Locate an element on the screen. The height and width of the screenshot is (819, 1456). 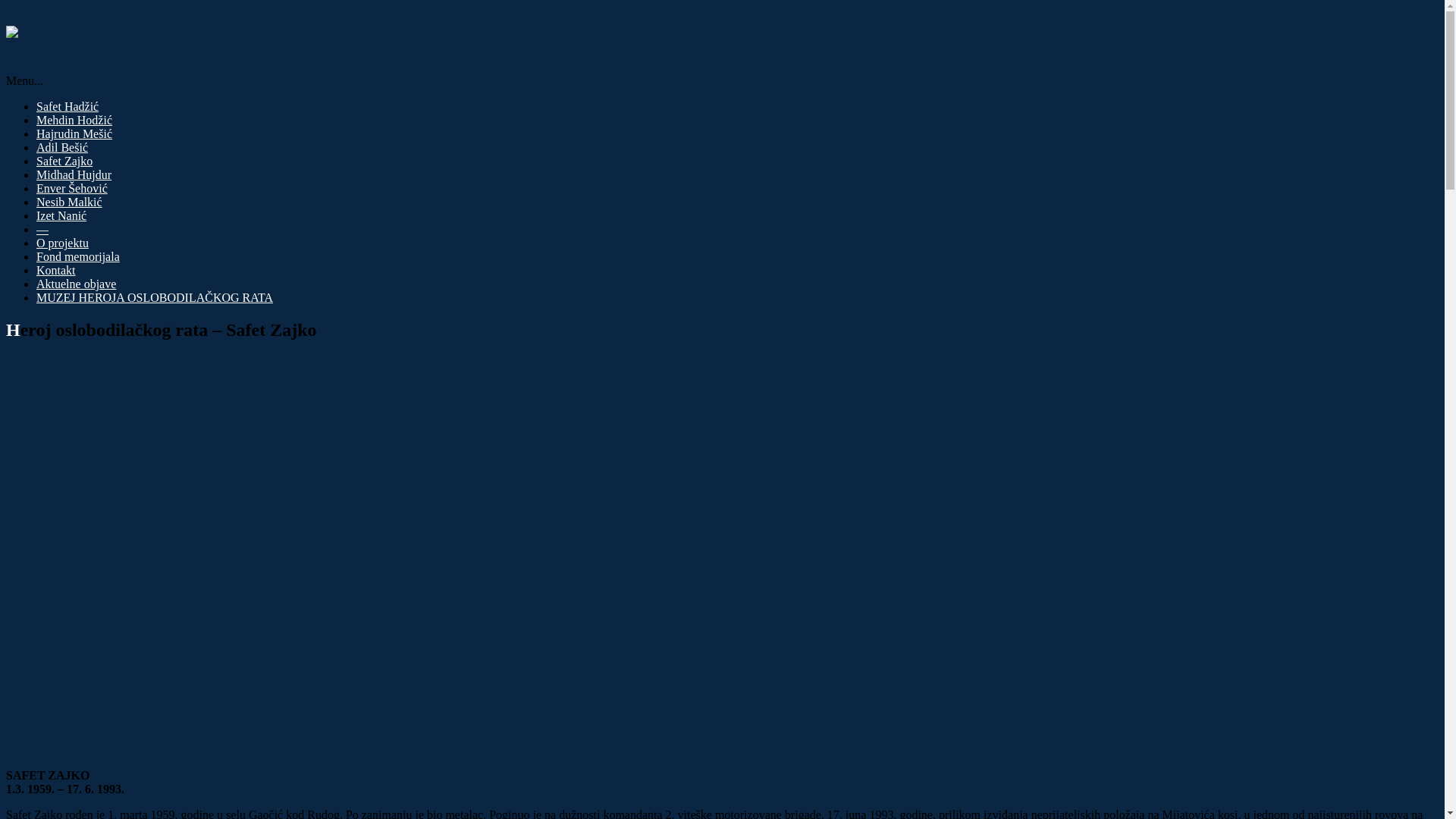
'O projektu' is located at coordinates (61, 242).